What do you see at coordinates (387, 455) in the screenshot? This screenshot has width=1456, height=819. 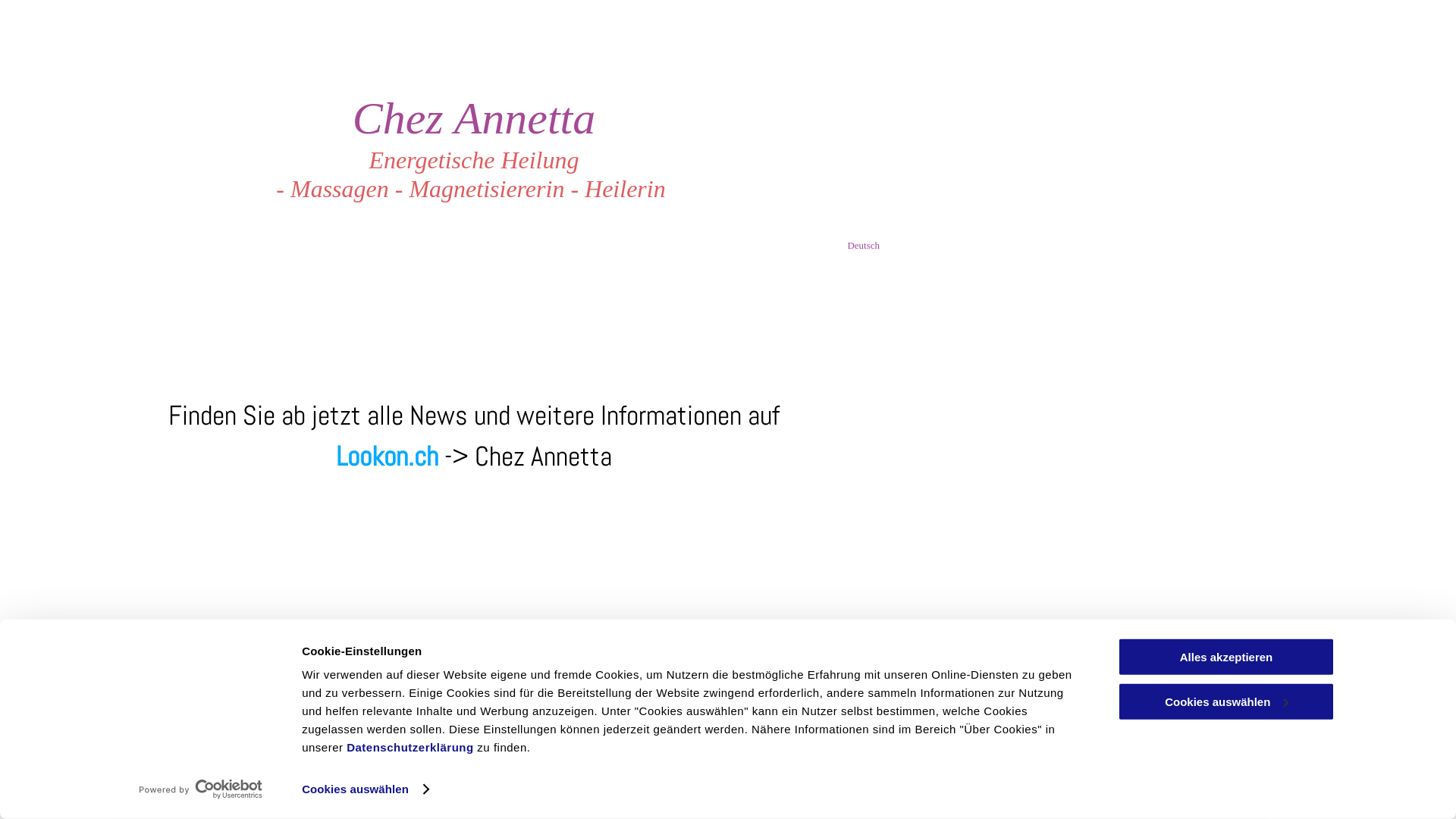 I see `'Lookon.ch'` at bounding box center [387, 455].